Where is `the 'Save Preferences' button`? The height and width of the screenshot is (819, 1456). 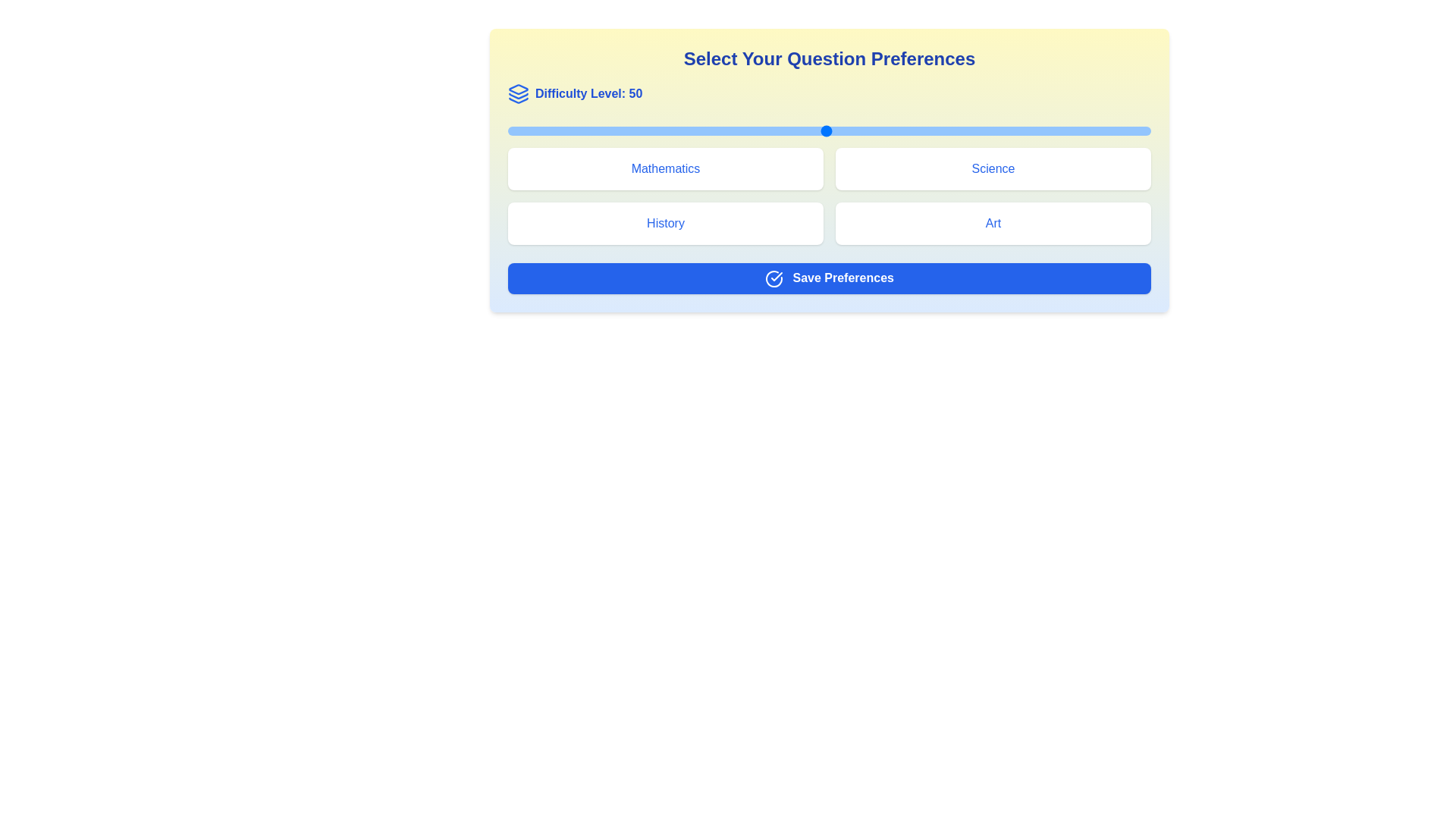 the 'Save Preferences' button is located at coordinates (829, 278).